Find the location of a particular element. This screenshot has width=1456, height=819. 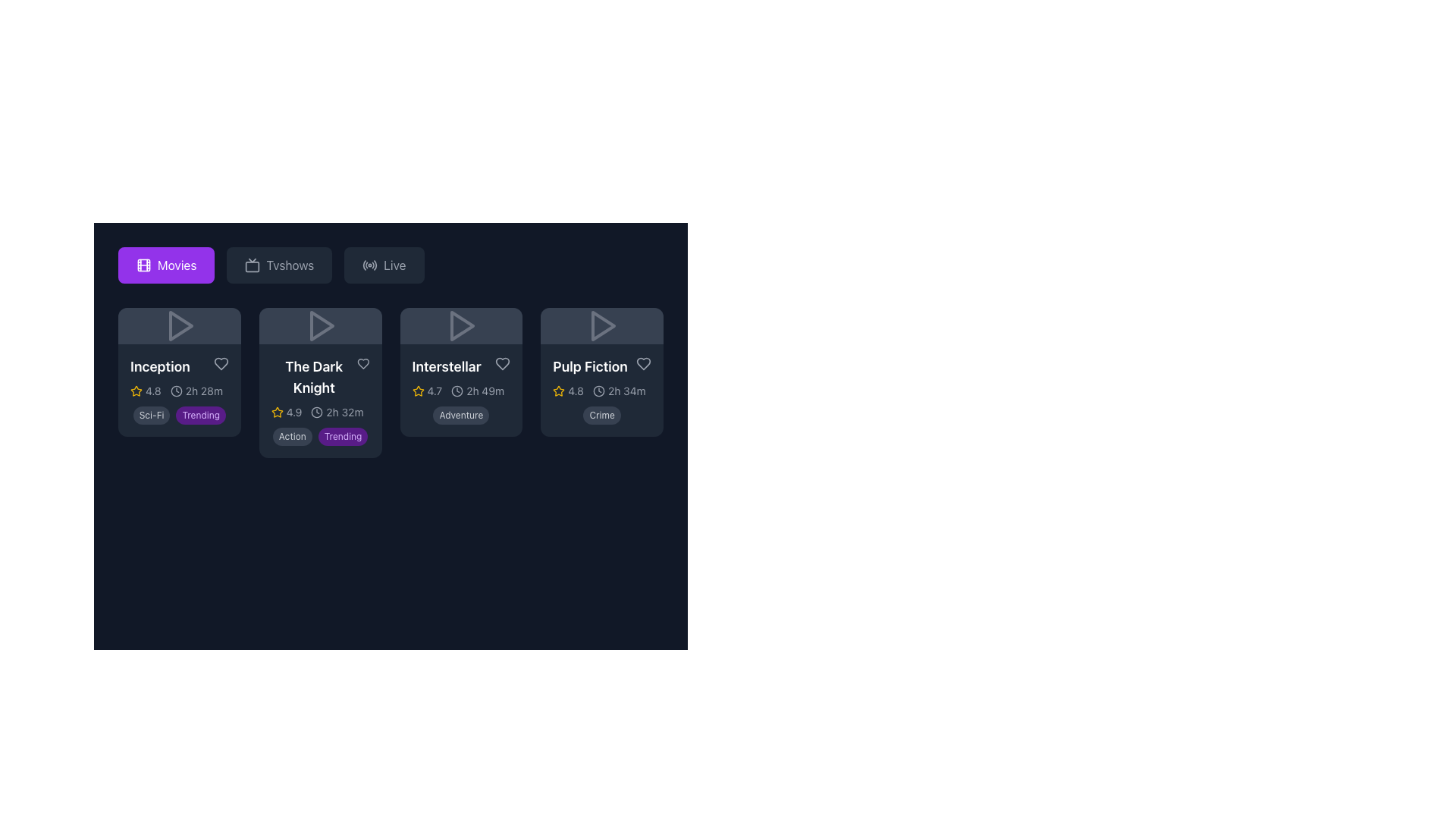

the duration display element located below the movie title 'Inception' in the top-left card, positioned to the right of the star rating element is located at coordinates (179, 391).